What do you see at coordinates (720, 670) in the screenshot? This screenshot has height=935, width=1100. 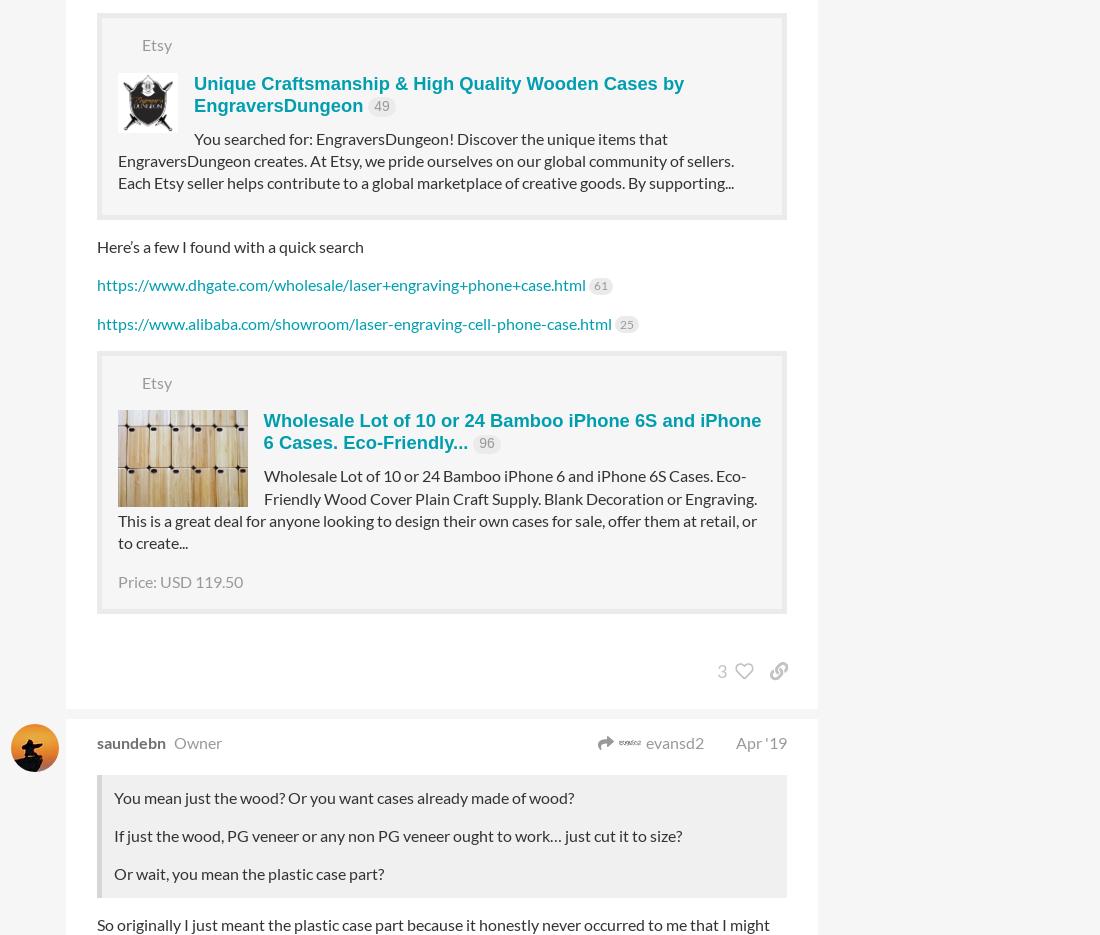 I see `'3'` at bounding box center [720, 670].